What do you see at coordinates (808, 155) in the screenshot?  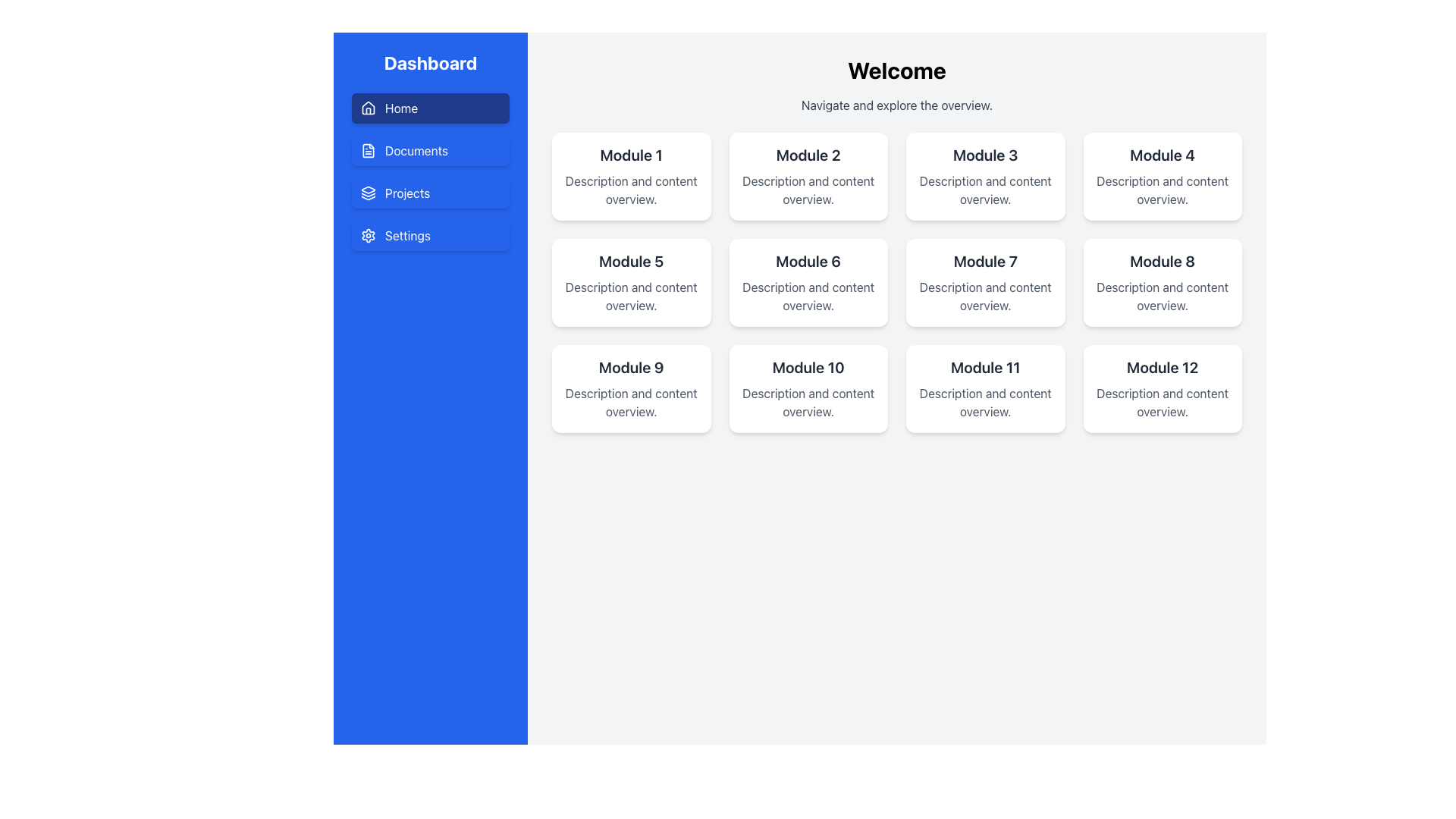 I see `text from the primary header text label located in the second position of the top row of module cards, just beneath the central 'Welcome' header` at bounding box center [808, 155].